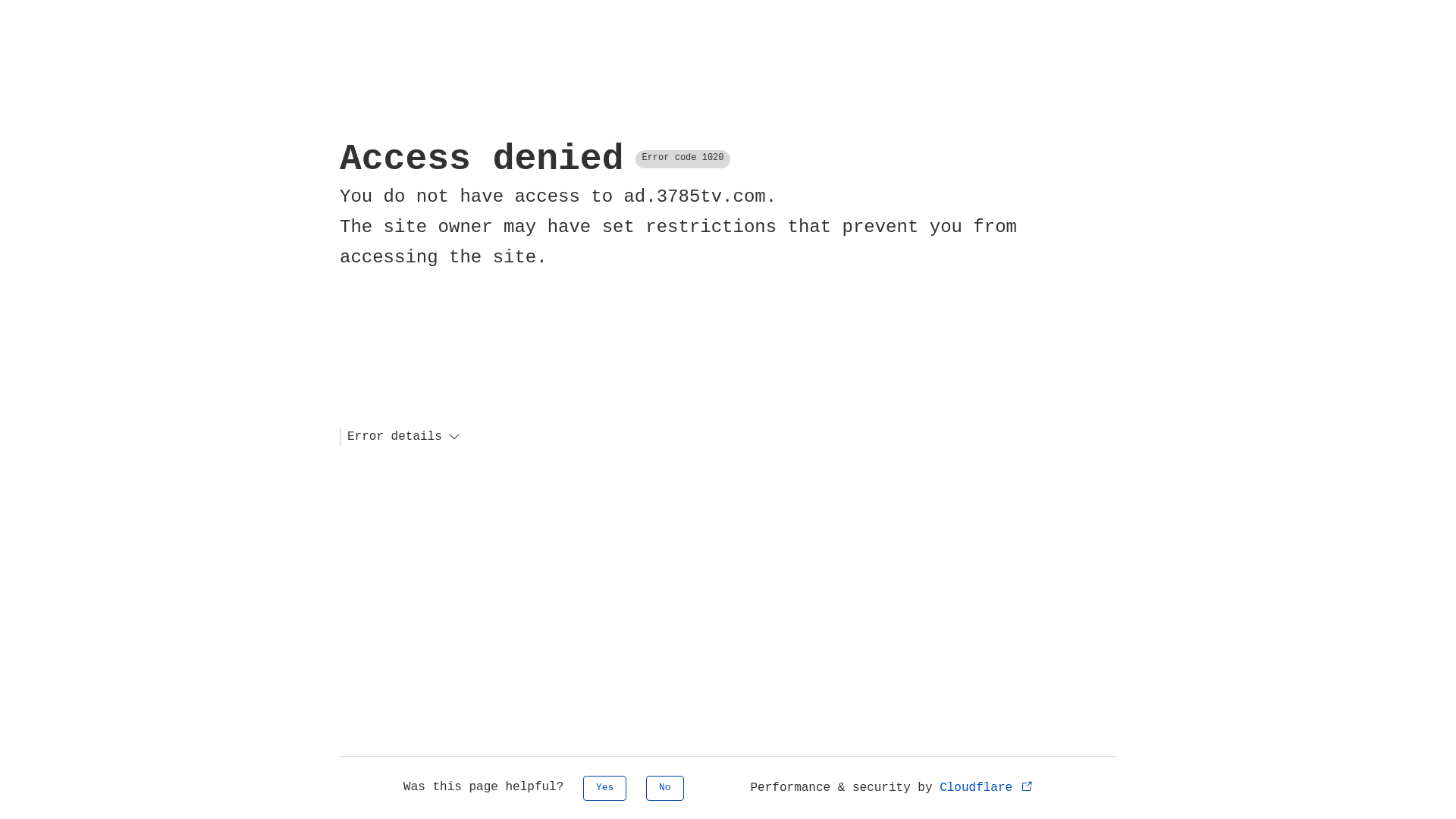  What do you see at coordinates (987, 786) in the screenshot?
I see `'Cloudflare'` at bounding box center [987, 786].